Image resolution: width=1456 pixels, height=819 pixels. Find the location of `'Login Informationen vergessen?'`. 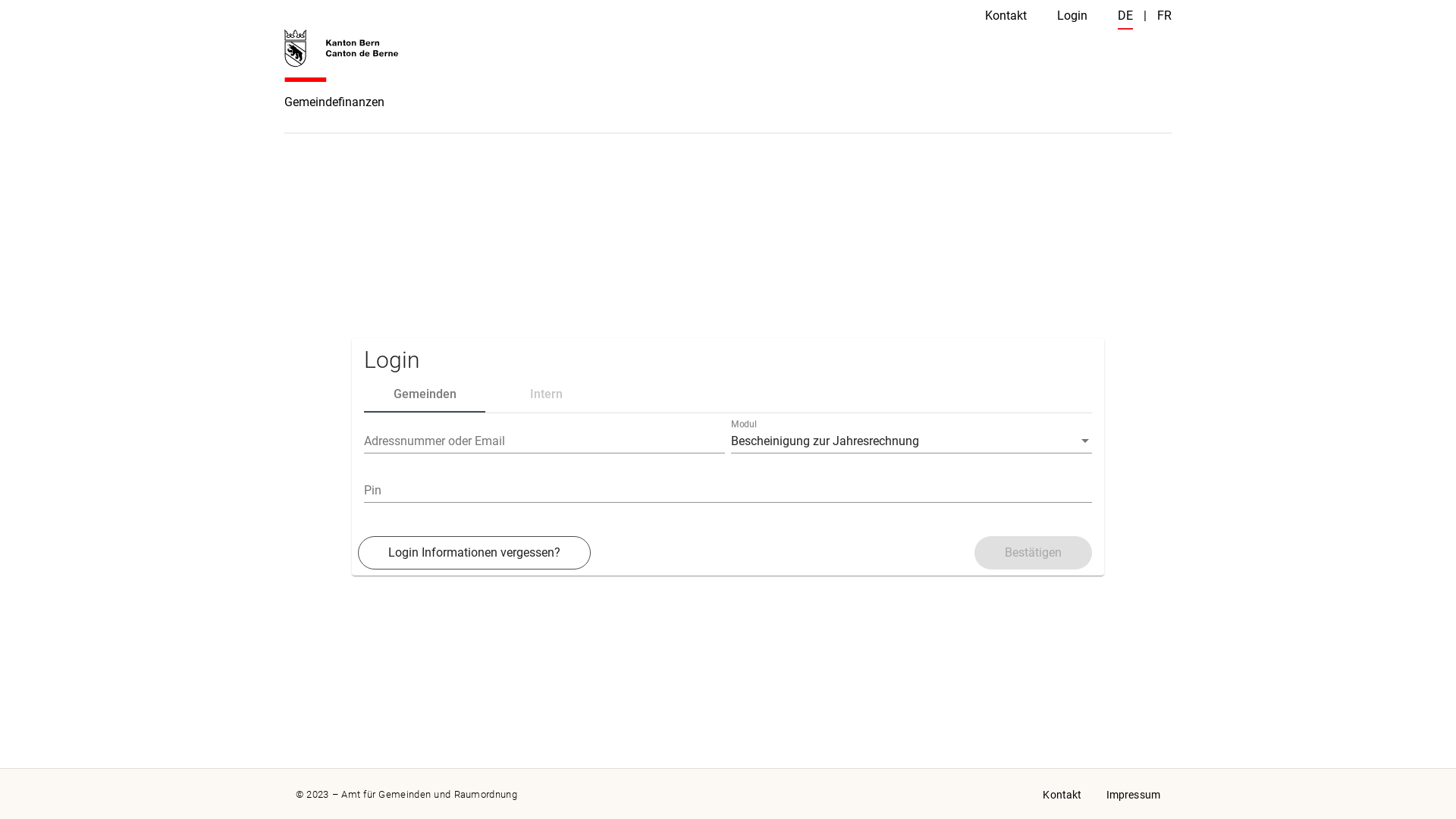

'Login Informationen vergessen?' is located at coordinates (473, 553).